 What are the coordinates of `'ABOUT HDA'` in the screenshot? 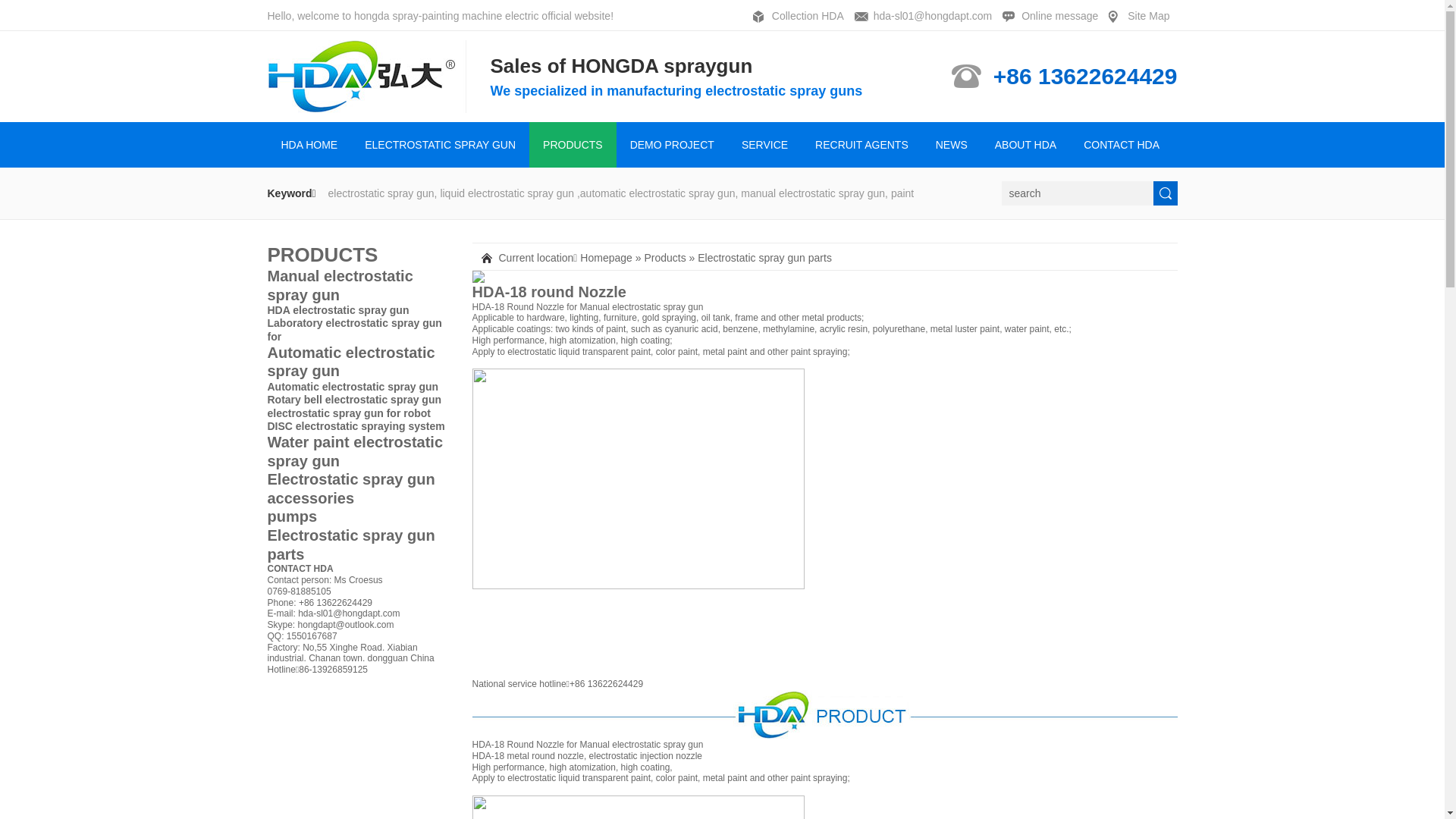 It's located at (1025, 145).